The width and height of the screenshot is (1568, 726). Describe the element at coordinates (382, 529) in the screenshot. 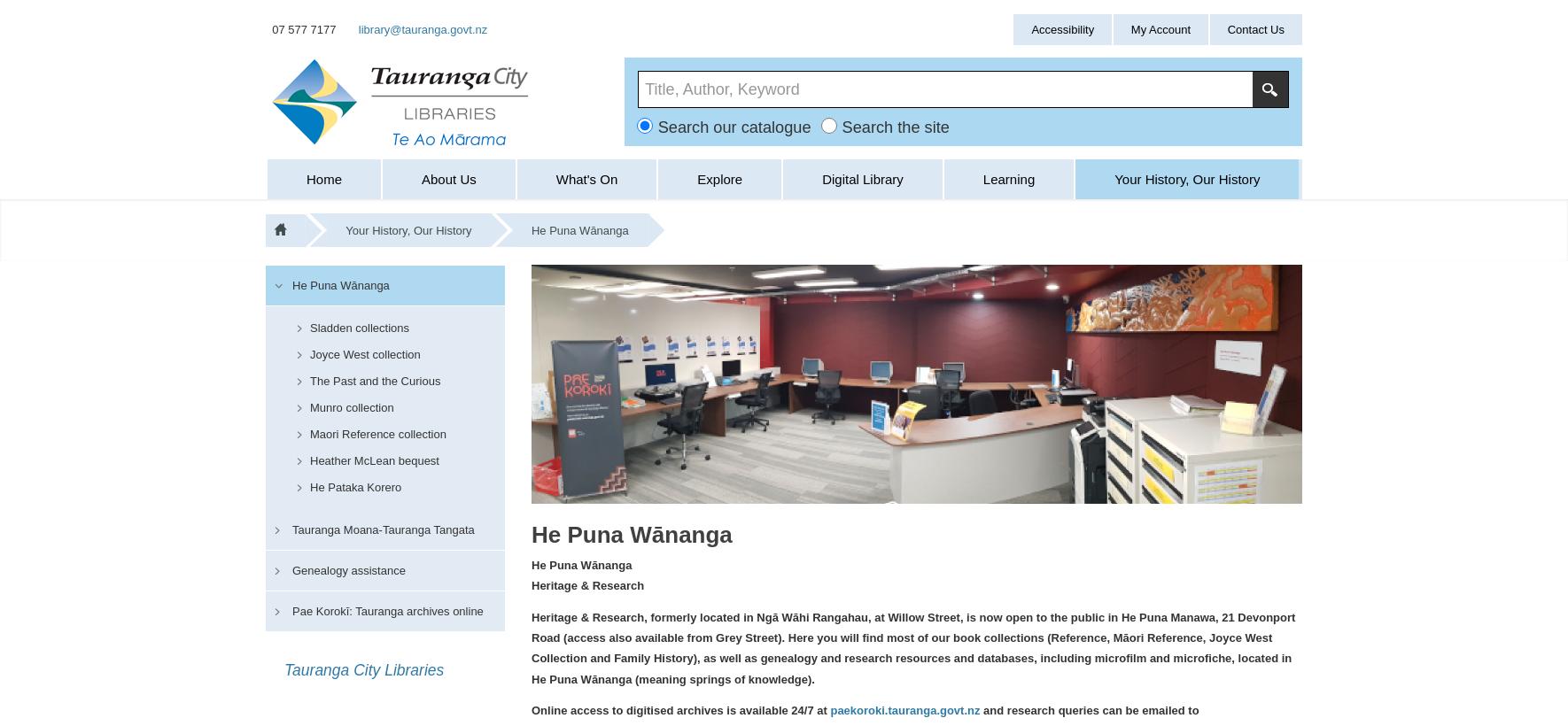

I see `'Tauranga Moana-Tauranga Tangata'` at that location.